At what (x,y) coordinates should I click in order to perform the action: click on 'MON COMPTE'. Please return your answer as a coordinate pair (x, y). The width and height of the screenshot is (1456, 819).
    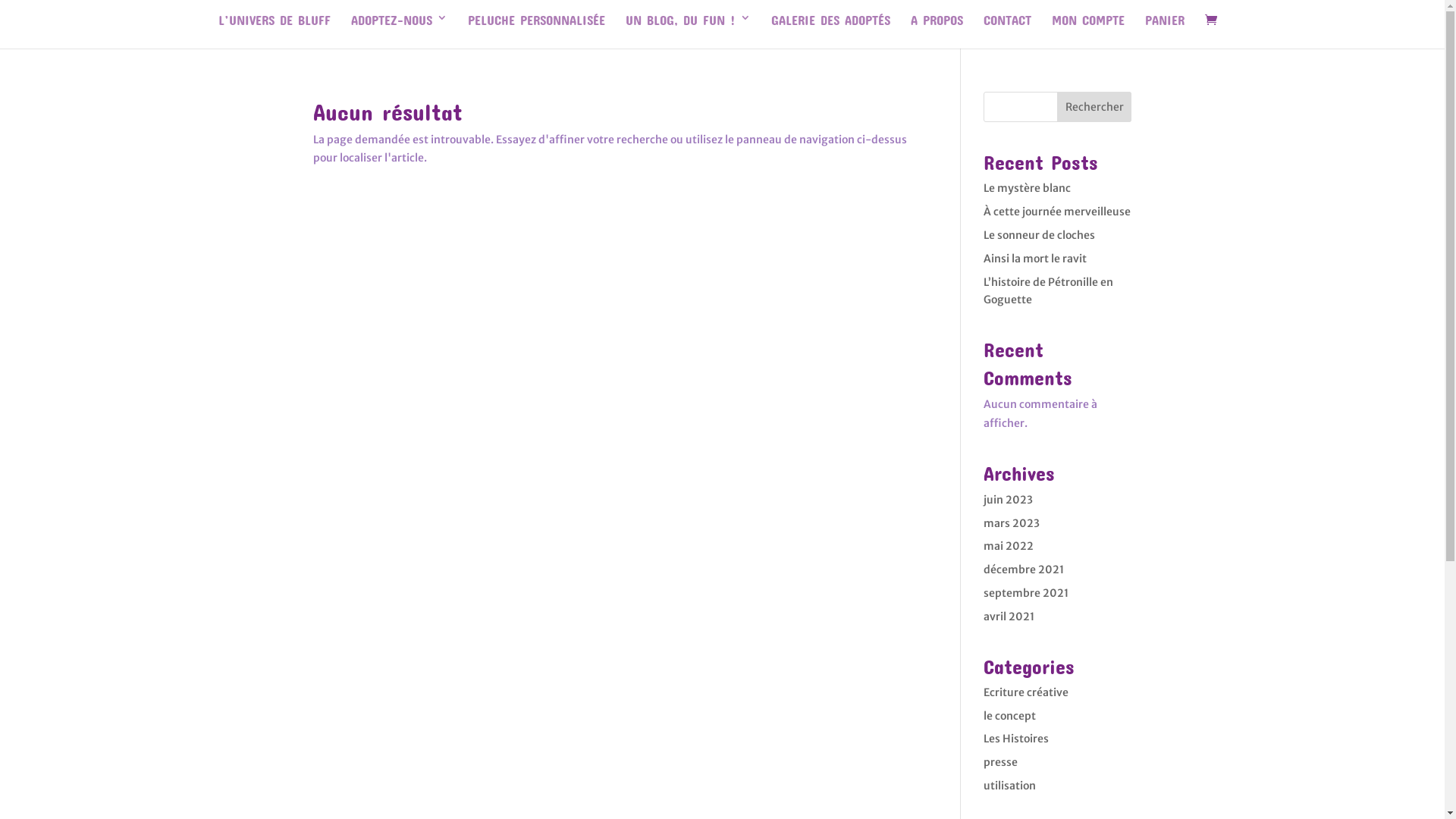
    Looking at the image, I should click on (1051, 30).